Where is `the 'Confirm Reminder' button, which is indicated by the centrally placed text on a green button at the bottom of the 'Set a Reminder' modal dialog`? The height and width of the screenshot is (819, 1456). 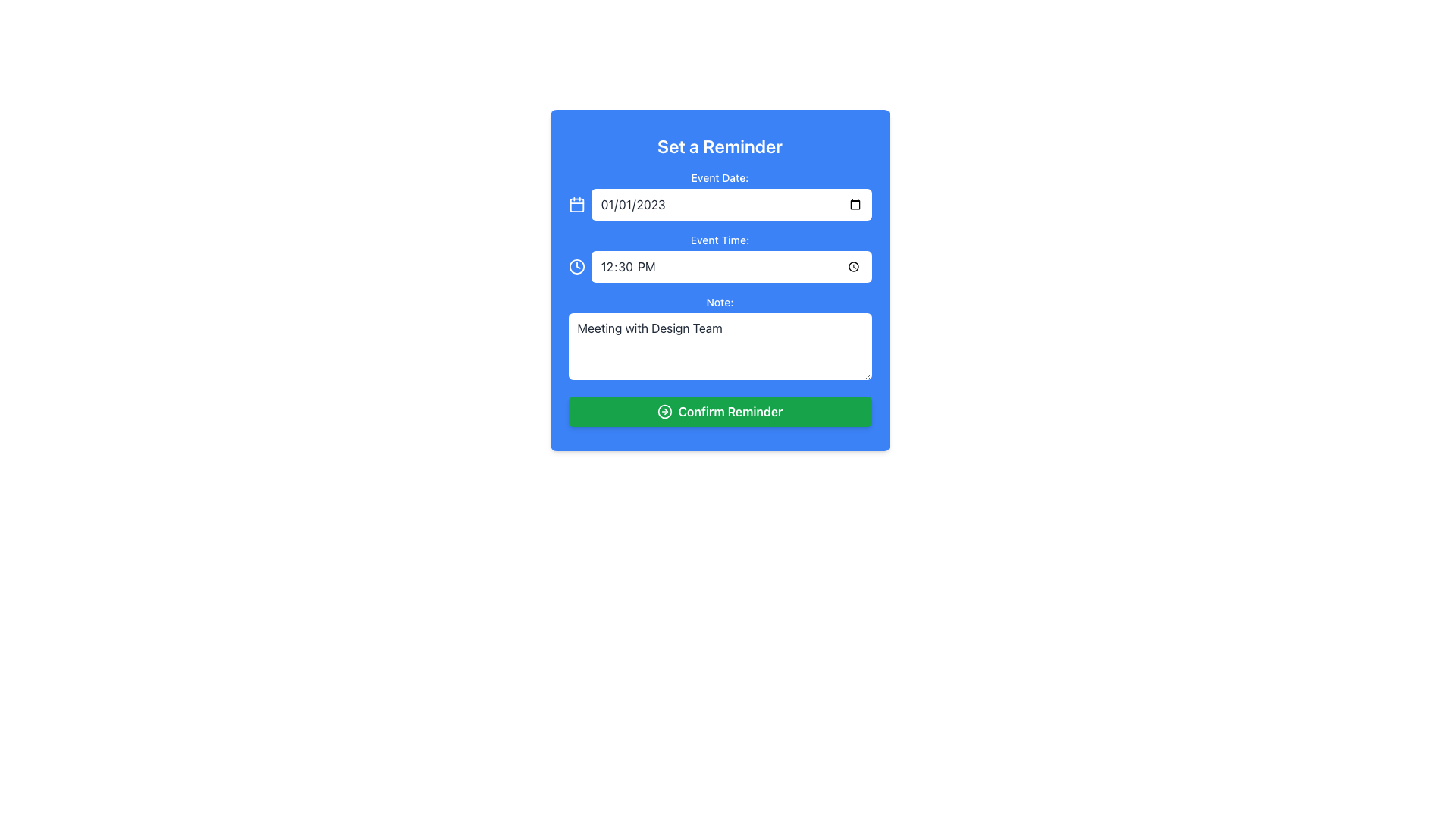
the 'Confirm Reminder' button, which is indicated by the centrally placed text on a green button at the bottom of the 'Set a Reminder' modal dialog is located at coordinates (730, 412).